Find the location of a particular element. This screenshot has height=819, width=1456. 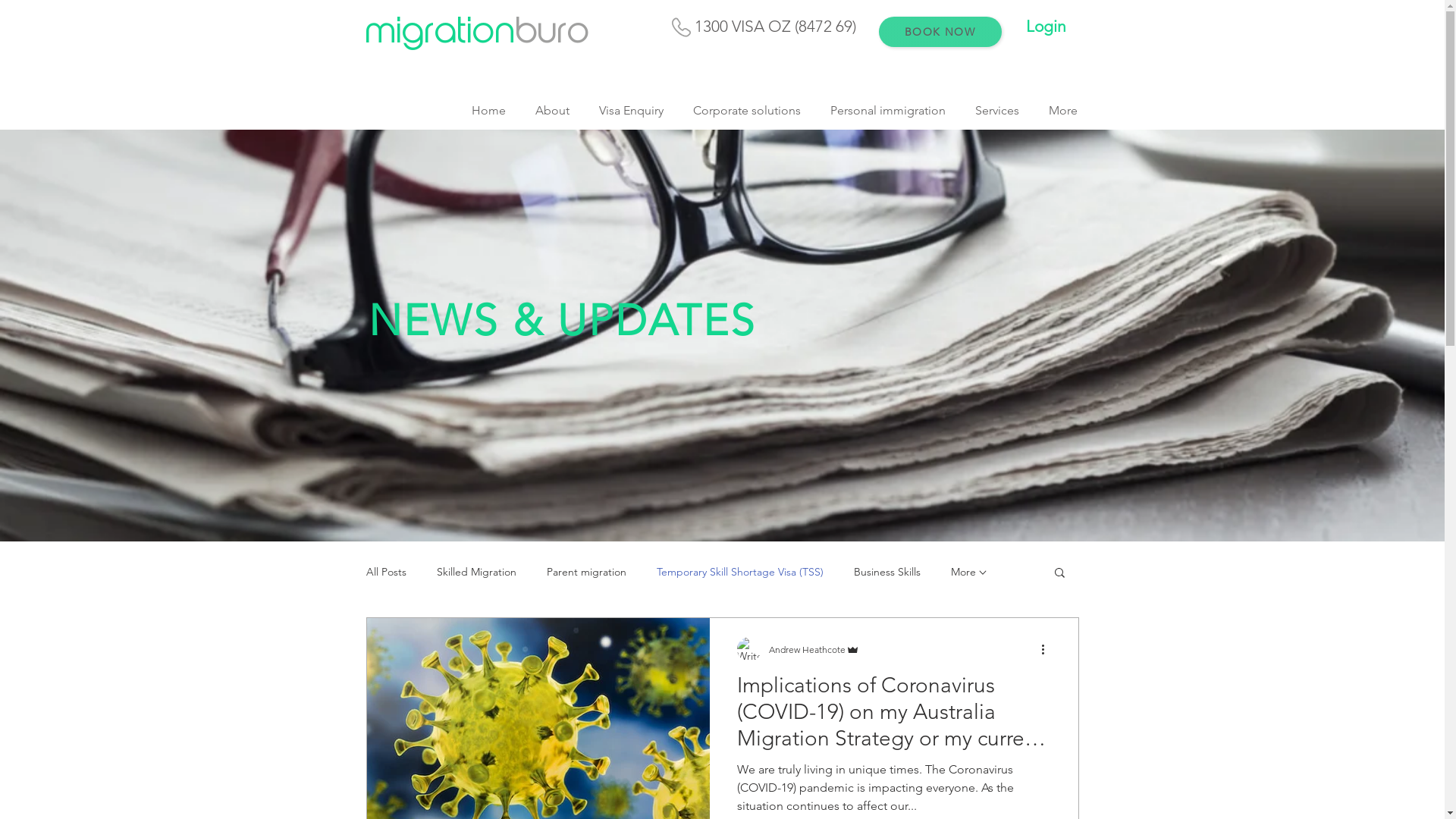

'Business Skills' is located at coordinates (887, 571).